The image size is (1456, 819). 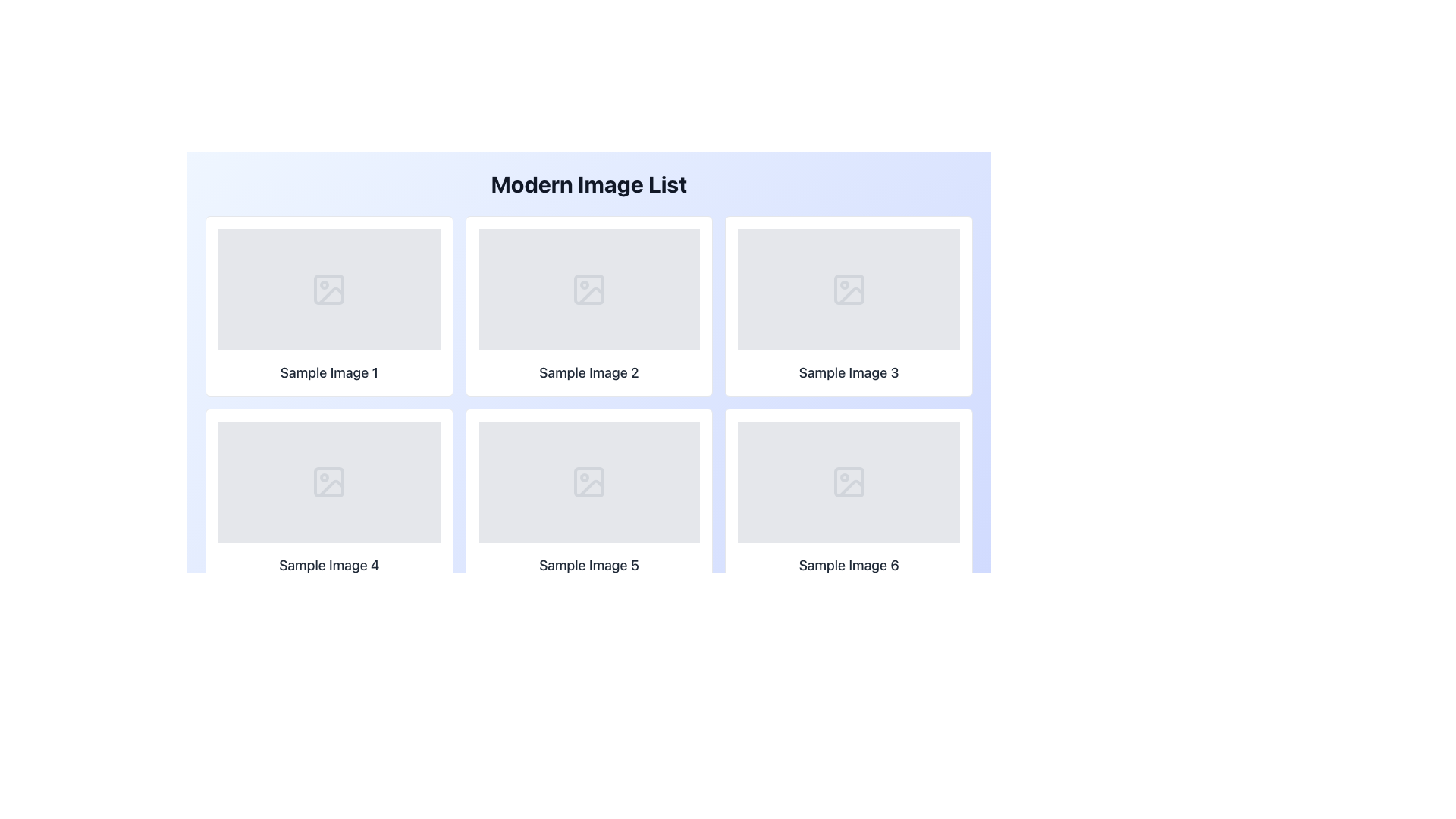 I want to click on the visual styling of the decorative SVG shape located centrally within the first image placeholder in the top-left corner of the grid layout, so click(x=328, y=289).